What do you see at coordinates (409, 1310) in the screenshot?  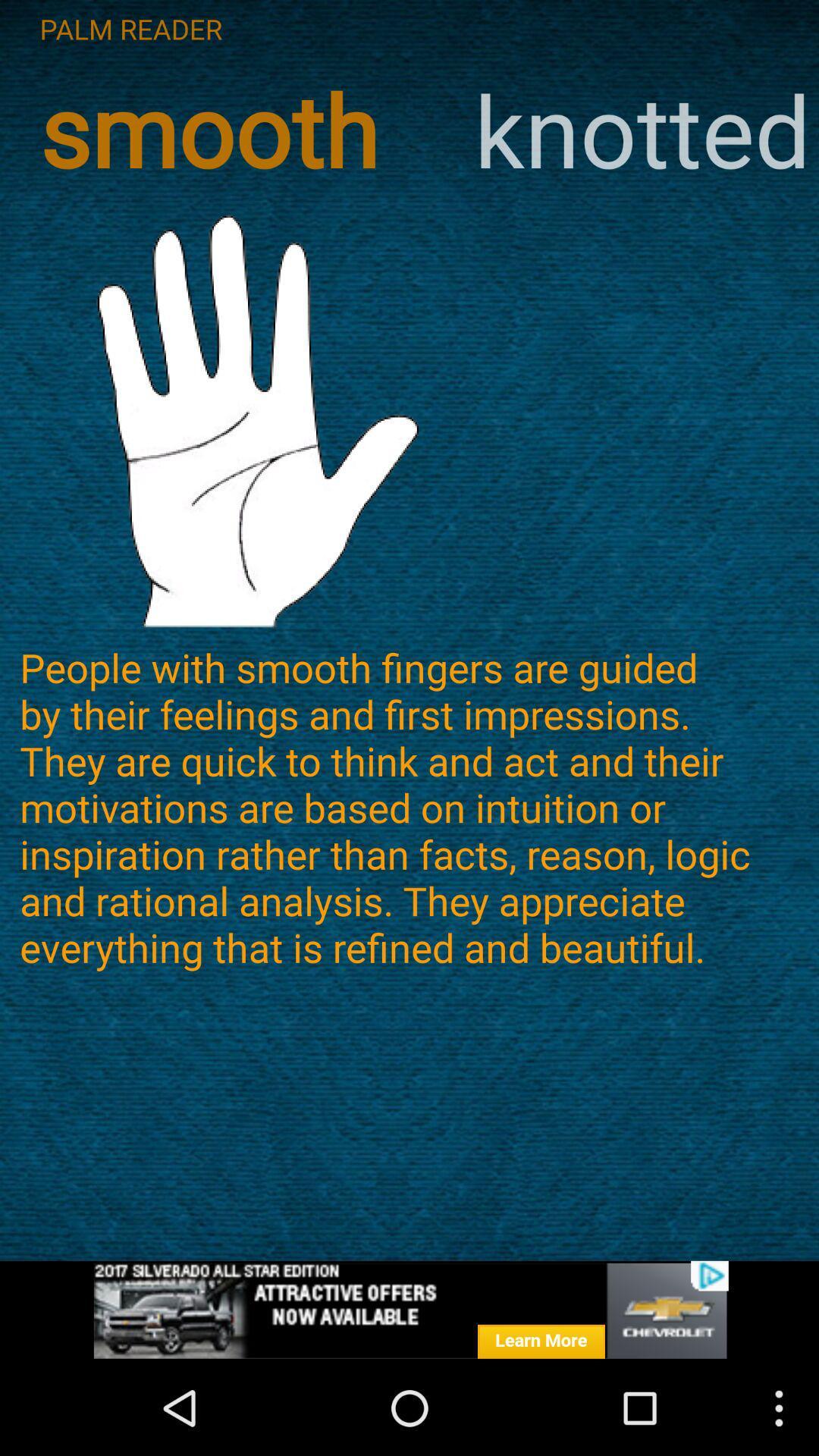 I see `showing the advertisement` at bounding box center [409, 1310].